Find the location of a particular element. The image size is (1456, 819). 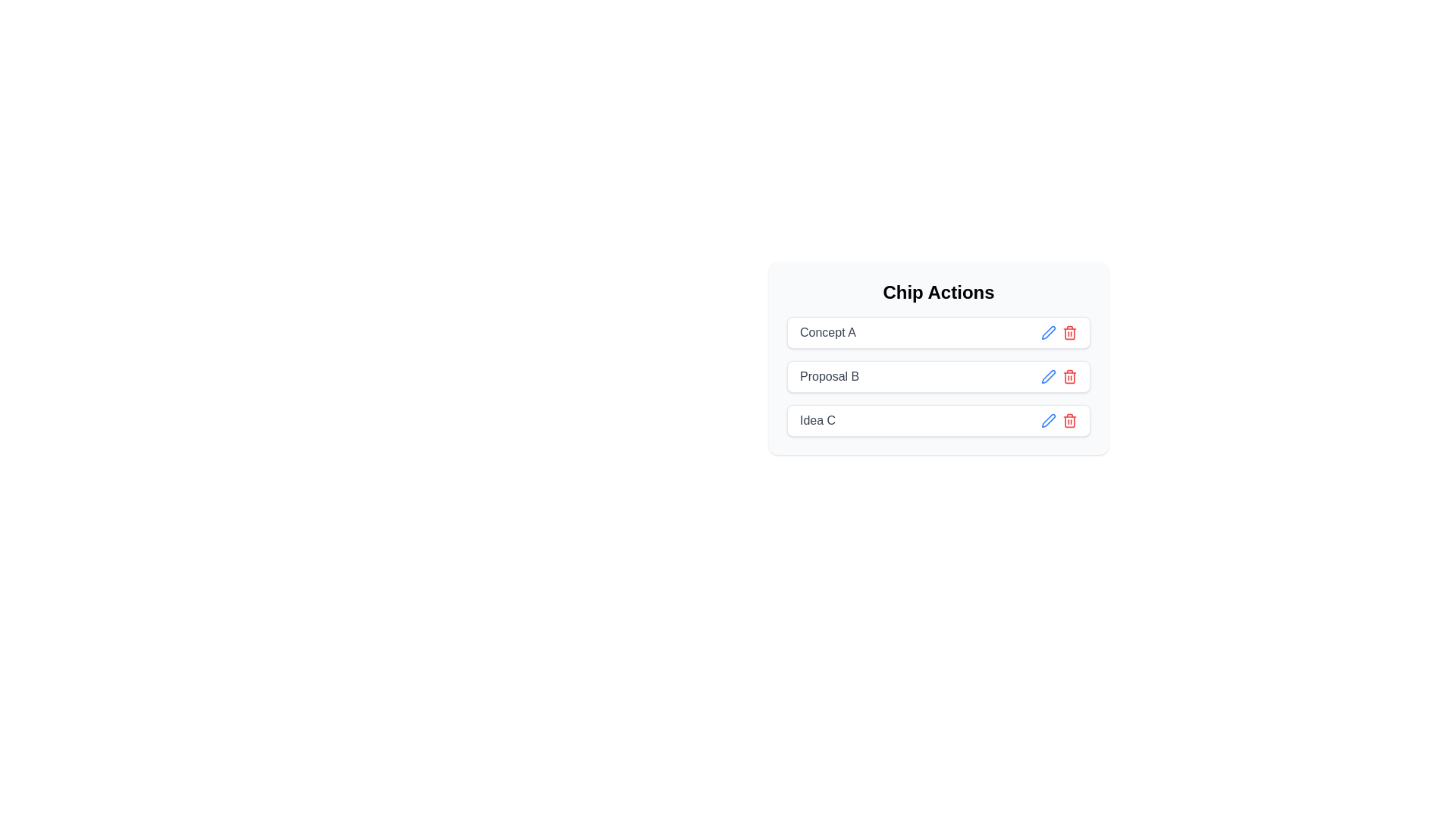

delete button next to the chip labeled Idea C is located at coordinates (1069, 421).